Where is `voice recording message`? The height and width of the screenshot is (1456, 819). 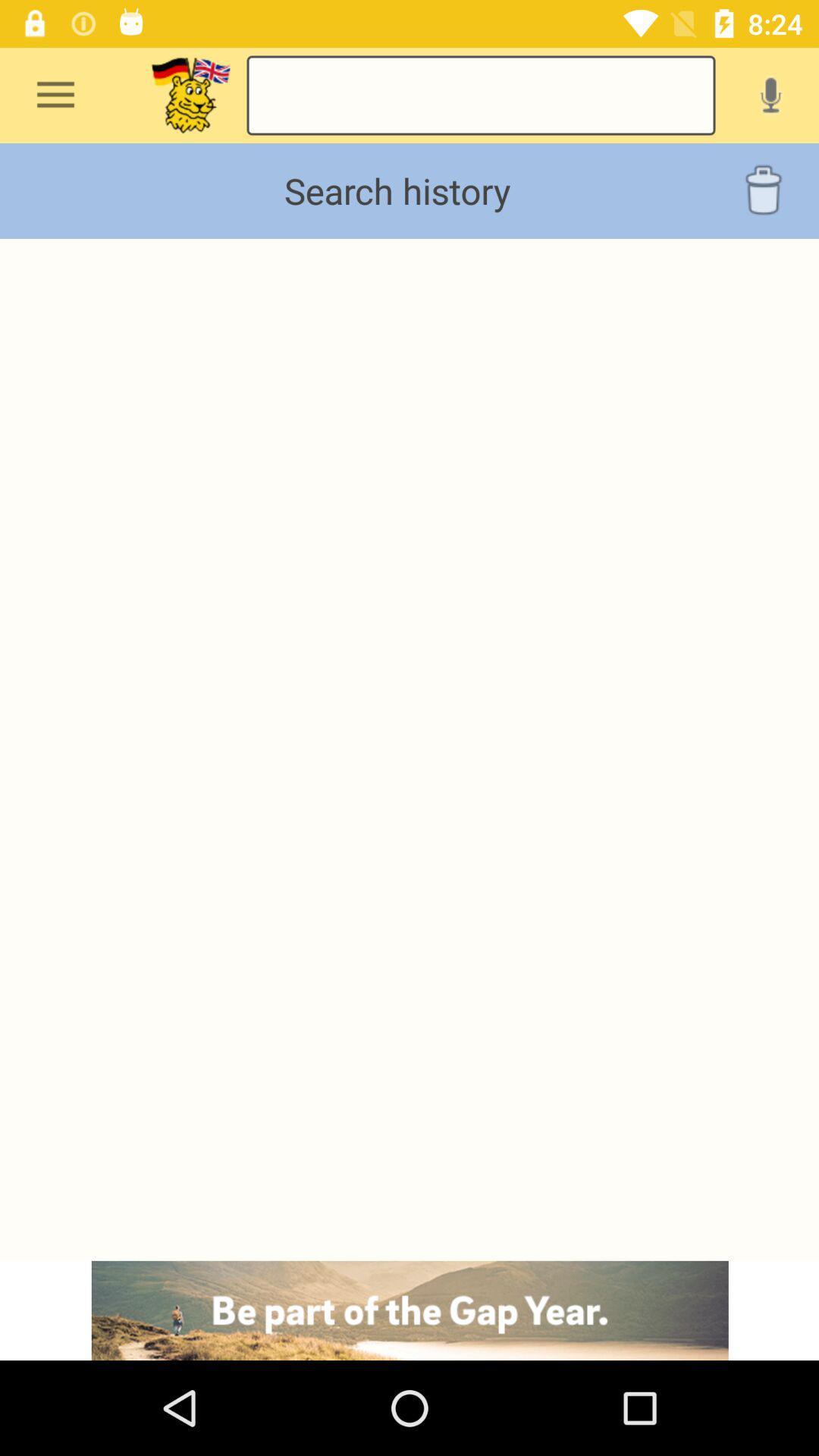
voice recording message is located at coordinates (770, 94).